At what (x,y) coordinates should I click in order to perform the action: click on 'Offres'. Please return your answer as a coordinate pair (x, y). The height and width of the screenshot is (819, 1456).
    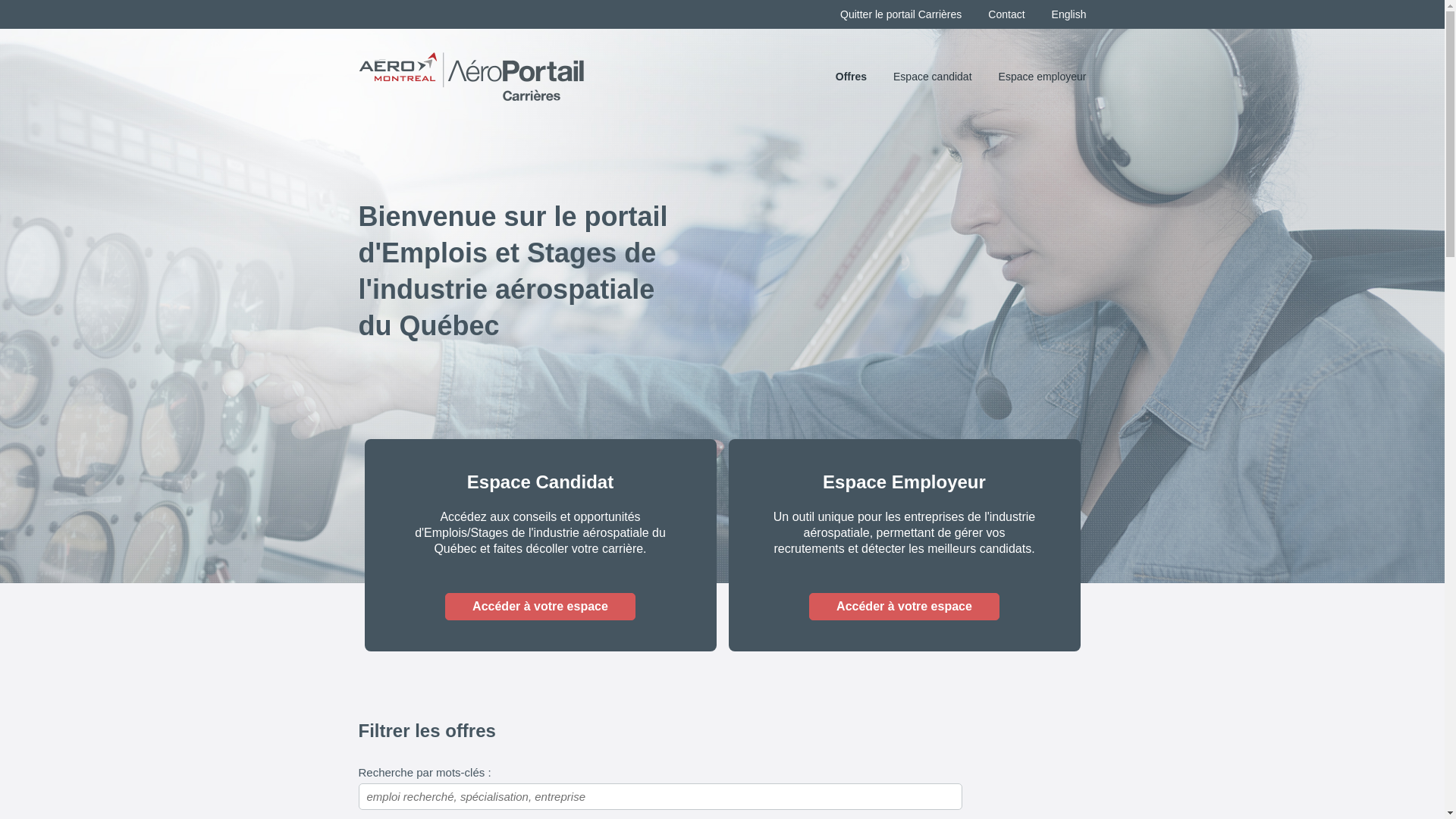
    Looking at the image, I should click on (851, 76).